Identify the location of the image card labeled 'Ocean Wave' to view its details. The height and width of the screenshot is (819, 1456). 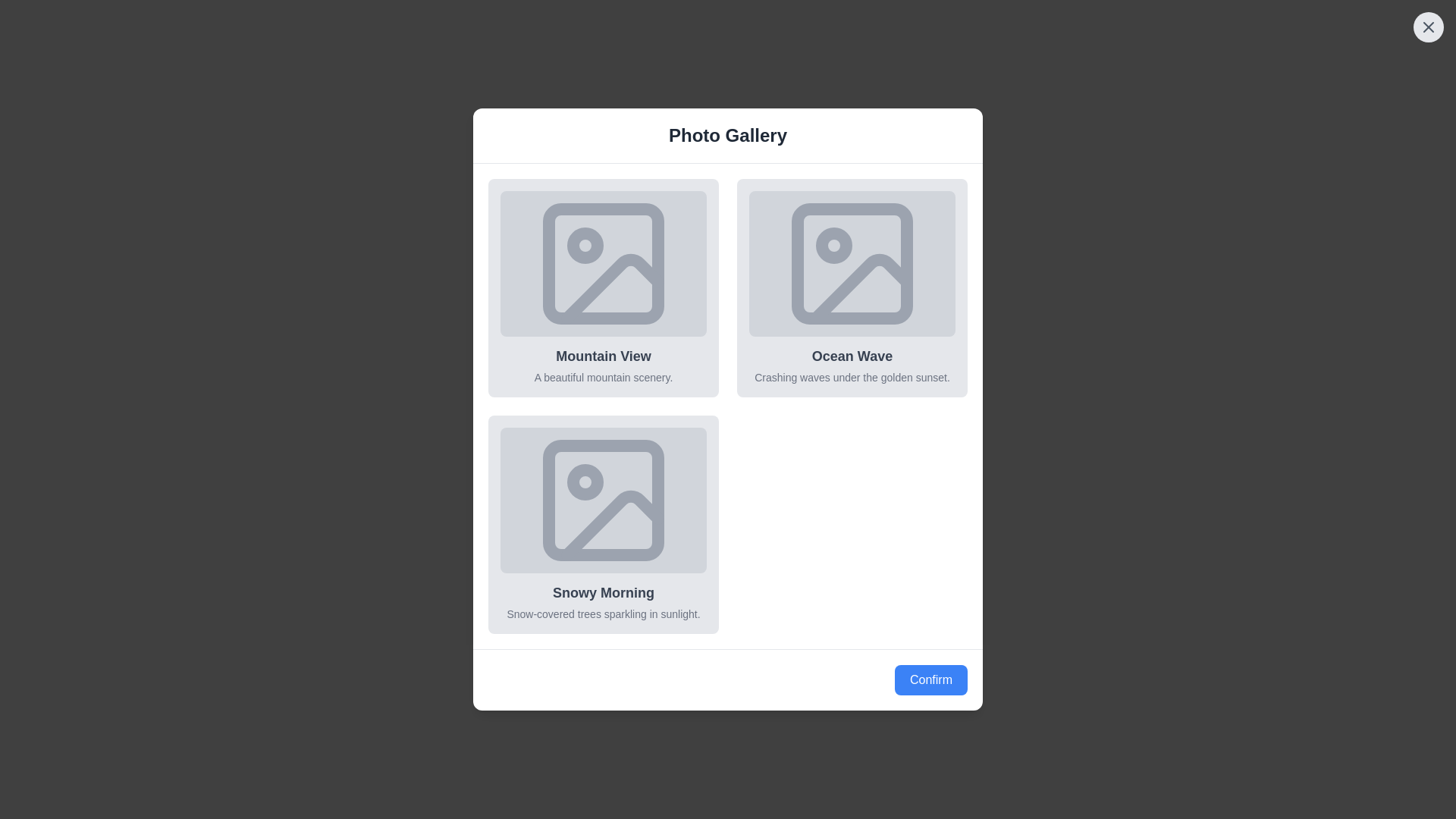
(852, 288).